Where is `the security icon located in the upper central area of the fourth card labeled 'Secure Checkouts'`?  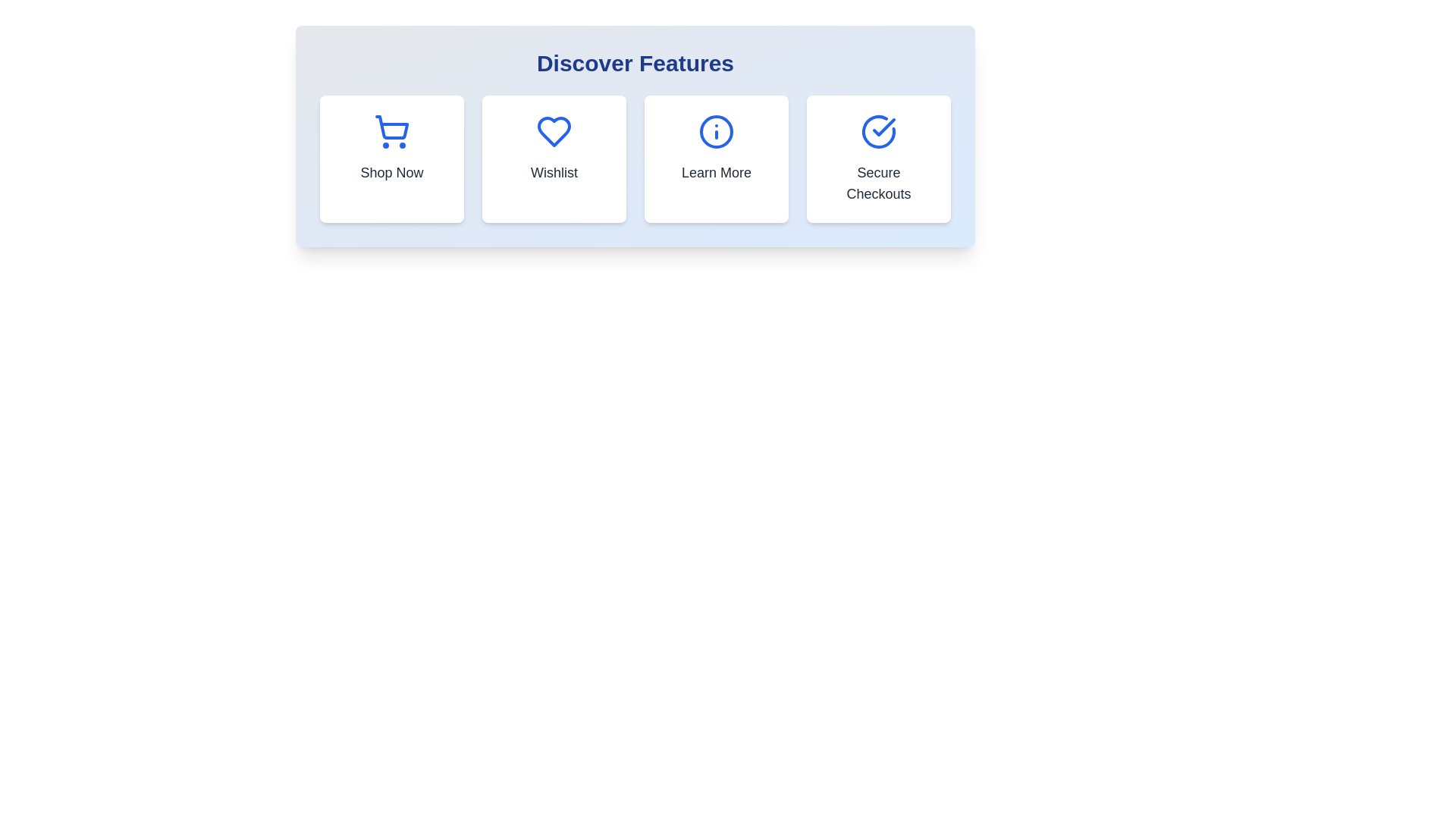 the security icon located in the upper central area of the fourth card labeled 'Secure Checkouts' is located at coordinates (878, 130).